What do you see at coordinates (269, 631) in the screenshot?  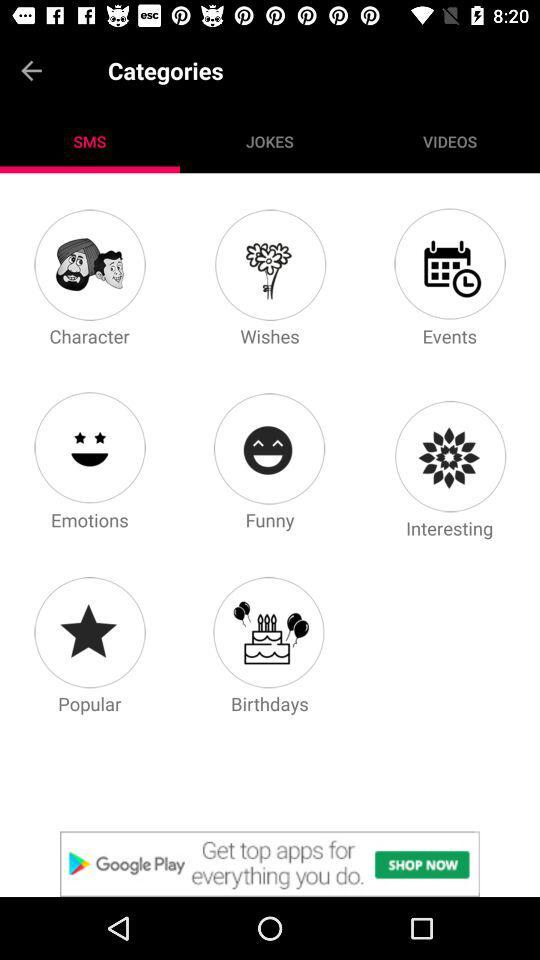 I see `happy birthday icon` at bounding box center [269, 631].